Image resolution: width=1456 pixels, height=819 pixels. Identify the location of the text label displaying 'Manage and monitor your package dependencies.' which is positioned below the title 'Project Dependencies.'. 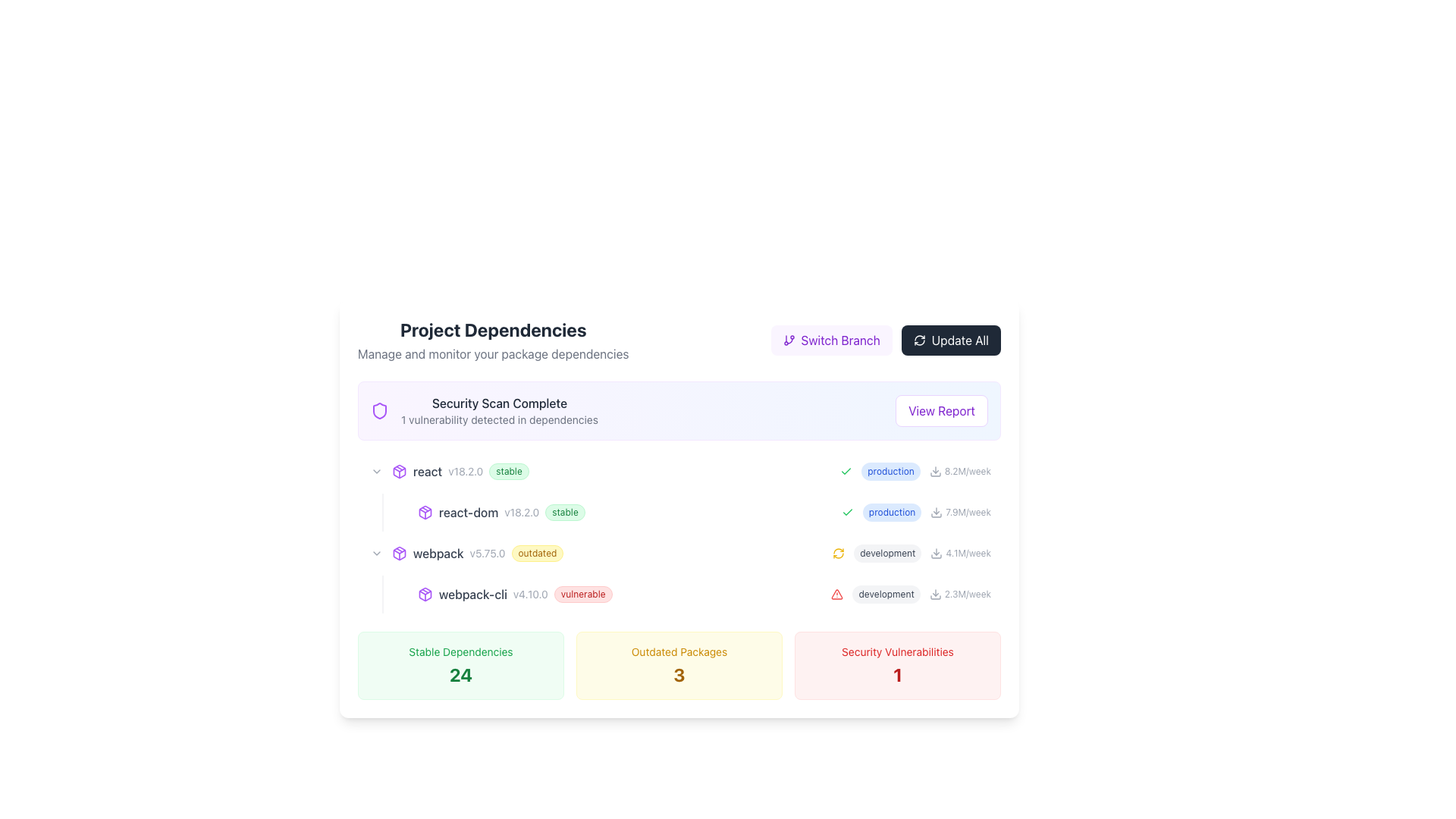
(493, 353).